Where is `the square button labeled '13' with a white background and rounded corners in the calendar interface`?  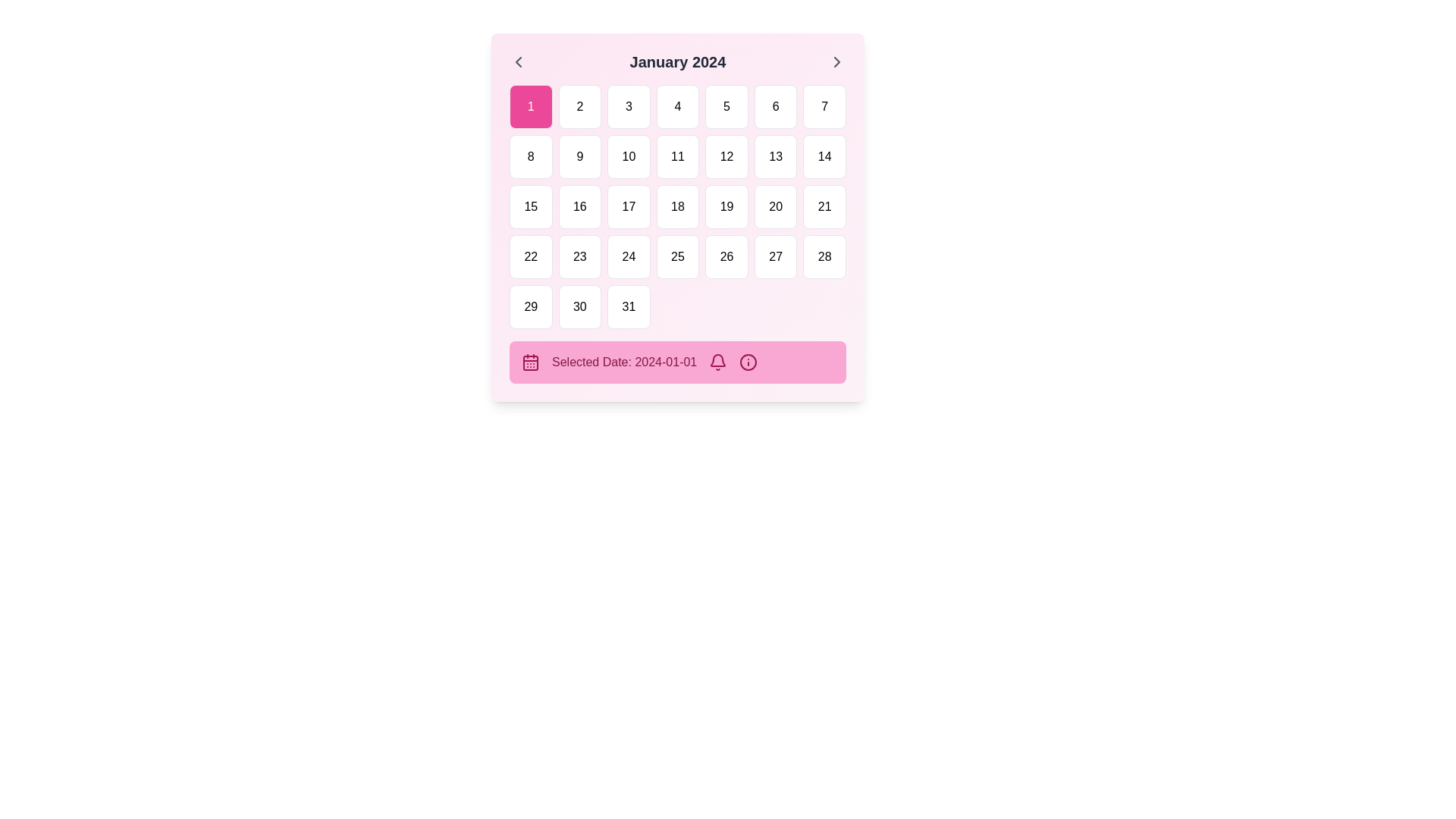 the square button labeled '13' with a white background and rounded corners in the calendar interface is located at coordinates (776, 157).